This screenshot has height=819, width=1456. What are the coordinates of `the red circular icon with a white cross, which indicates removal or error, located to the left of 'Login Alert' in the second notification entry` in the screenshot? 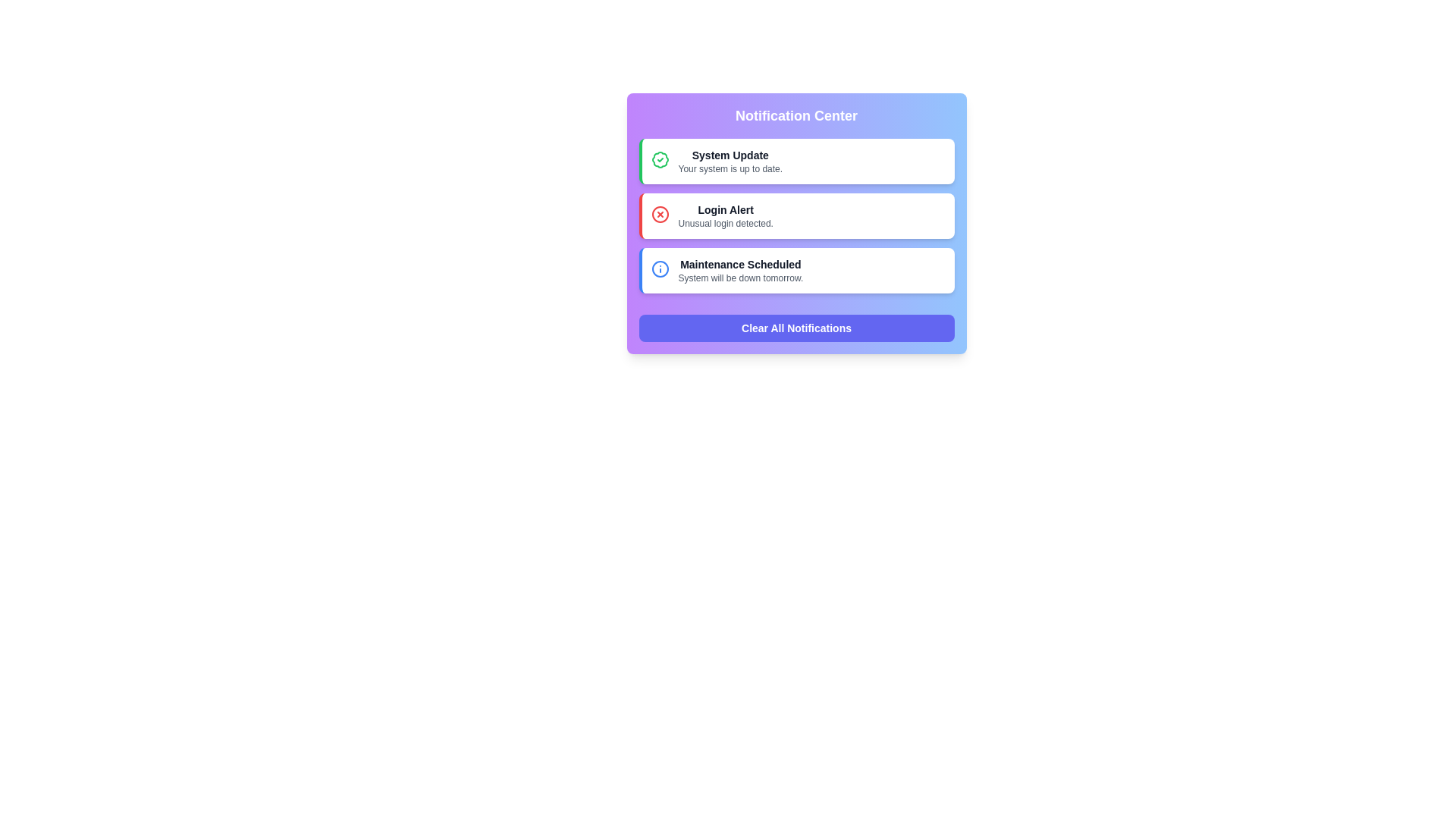 It's located at (660, 214).